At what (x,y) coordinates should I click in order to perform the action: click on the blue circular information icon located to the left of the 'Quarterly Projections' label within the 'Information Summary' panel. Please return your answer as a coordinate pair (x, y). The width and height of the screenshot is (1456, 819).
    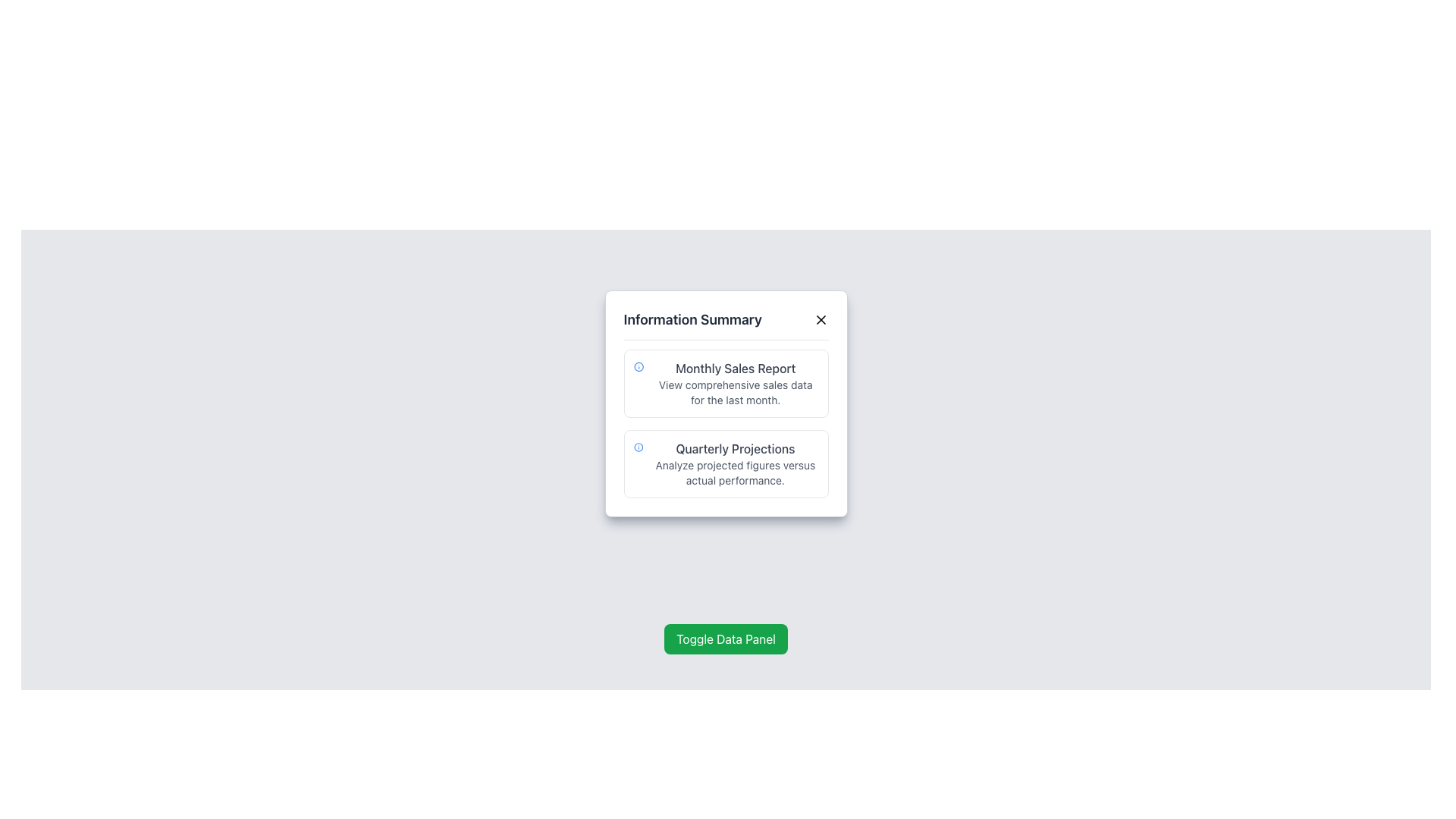
    Looking at the image, I should click on (638, 447).